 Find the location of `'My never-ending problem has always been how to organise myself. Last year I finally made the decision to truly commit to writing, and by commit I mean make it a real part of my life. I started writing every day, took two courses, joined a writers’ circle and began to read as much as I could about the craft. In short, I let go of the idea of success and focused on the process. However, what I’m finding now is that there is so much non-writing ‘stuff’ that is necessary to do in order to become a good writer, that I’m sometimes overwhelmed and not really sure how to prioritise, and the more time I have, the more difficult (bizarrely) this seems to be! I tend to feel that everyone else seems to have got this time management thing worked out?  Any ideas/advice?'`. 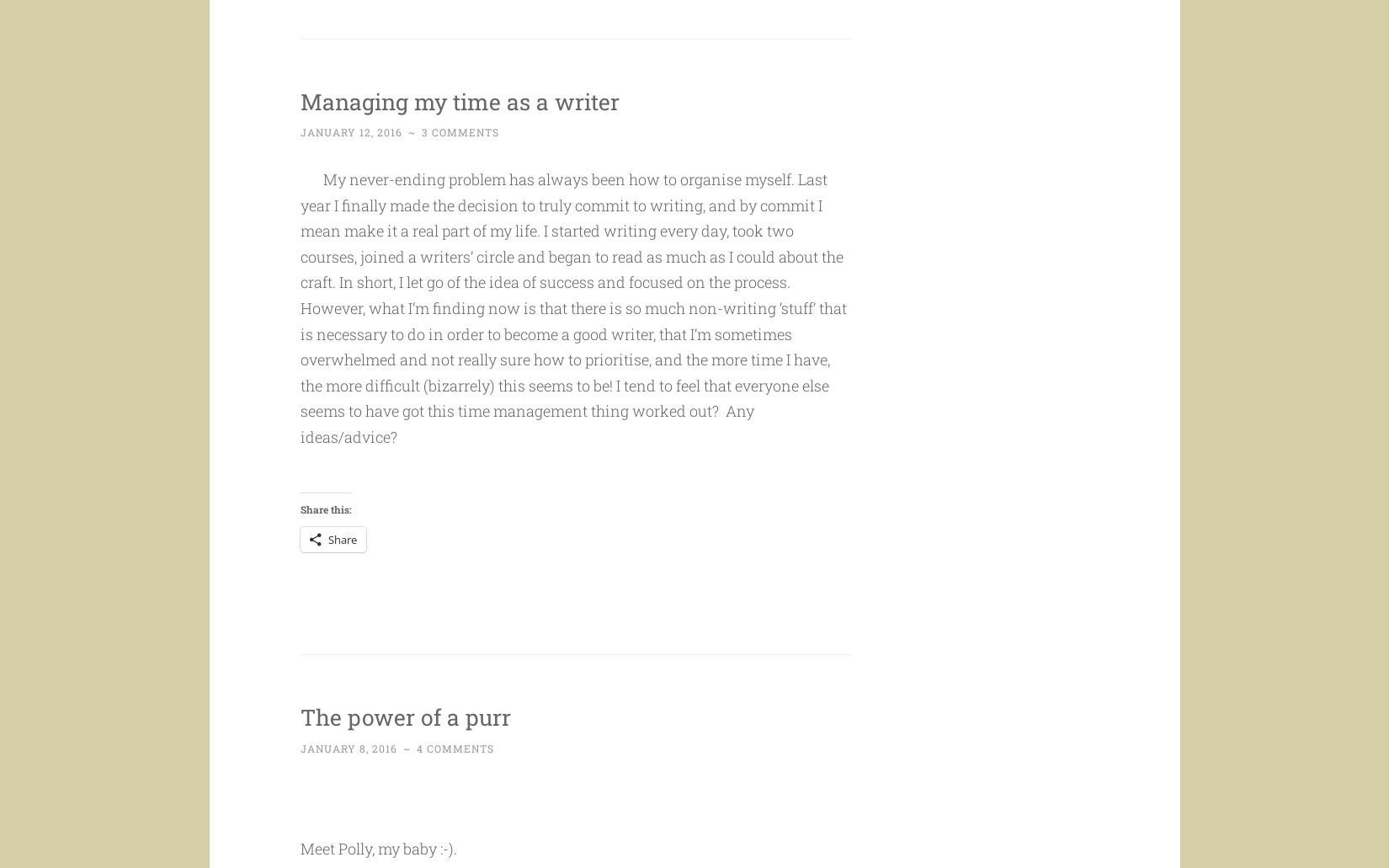

'My never-ending problem has always been how to organise myself. Last year I finally made the decision to truly commit to writing, and by commit I mean make it a real part of my life. I started writing every day, took two courses, joined a writers’ circle and began to read as much as I could about the craft. In short, I let go of the idea of success and focused on the process. However, what I’m finding now is that there is so much non-writing ‘stuff’ that is necessary to do in order to become a good writer, that I’m sometimes overwhelmed and not really sure how to prioritise, and the more time I have, the more difficult (bizarrely) this seems to be! I tend to feel that everyone else seems to have got this time management thing worked out?  Any ideas/advice?' is located at coordinates (572, 339).